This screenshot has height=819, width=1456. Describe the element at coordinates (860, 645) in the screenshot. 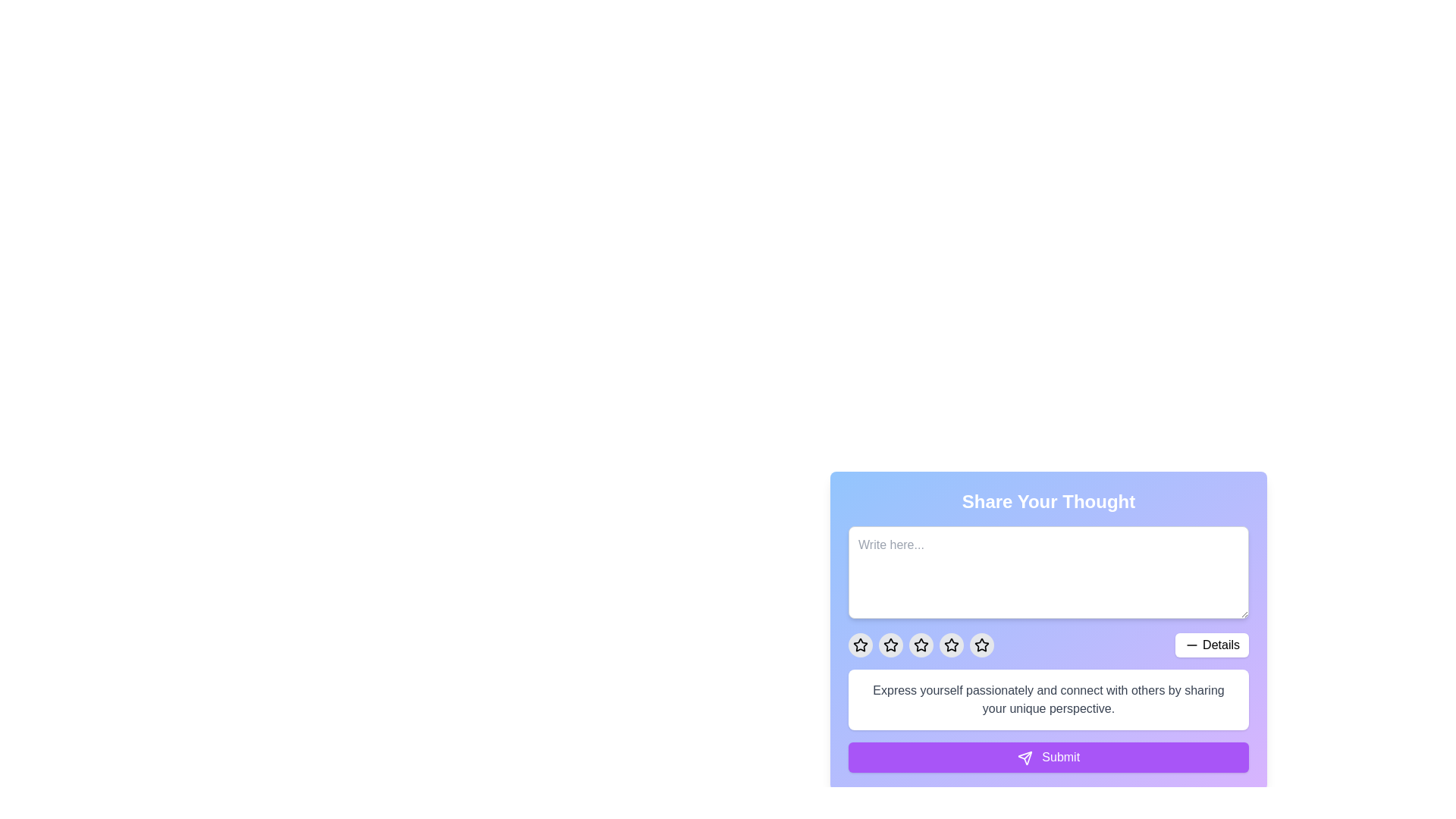

I see `the first star rating button located below the 'Write here...' text input field` at that location.